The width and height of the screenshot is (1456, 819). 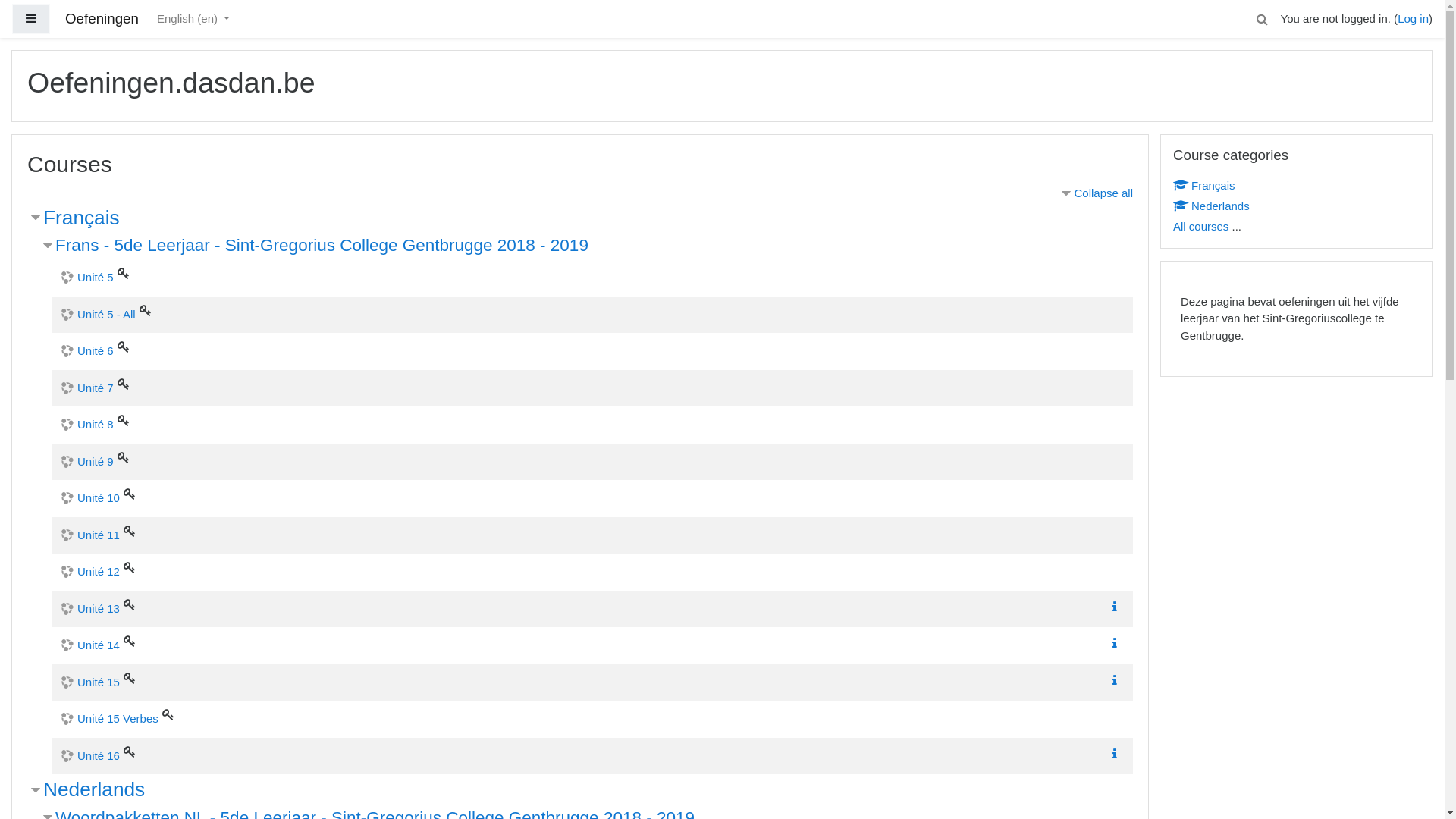 What do you see at coordinates (1256, 18) in the screenshot?
I see `'Search'` at bounding box center [1256, 18].